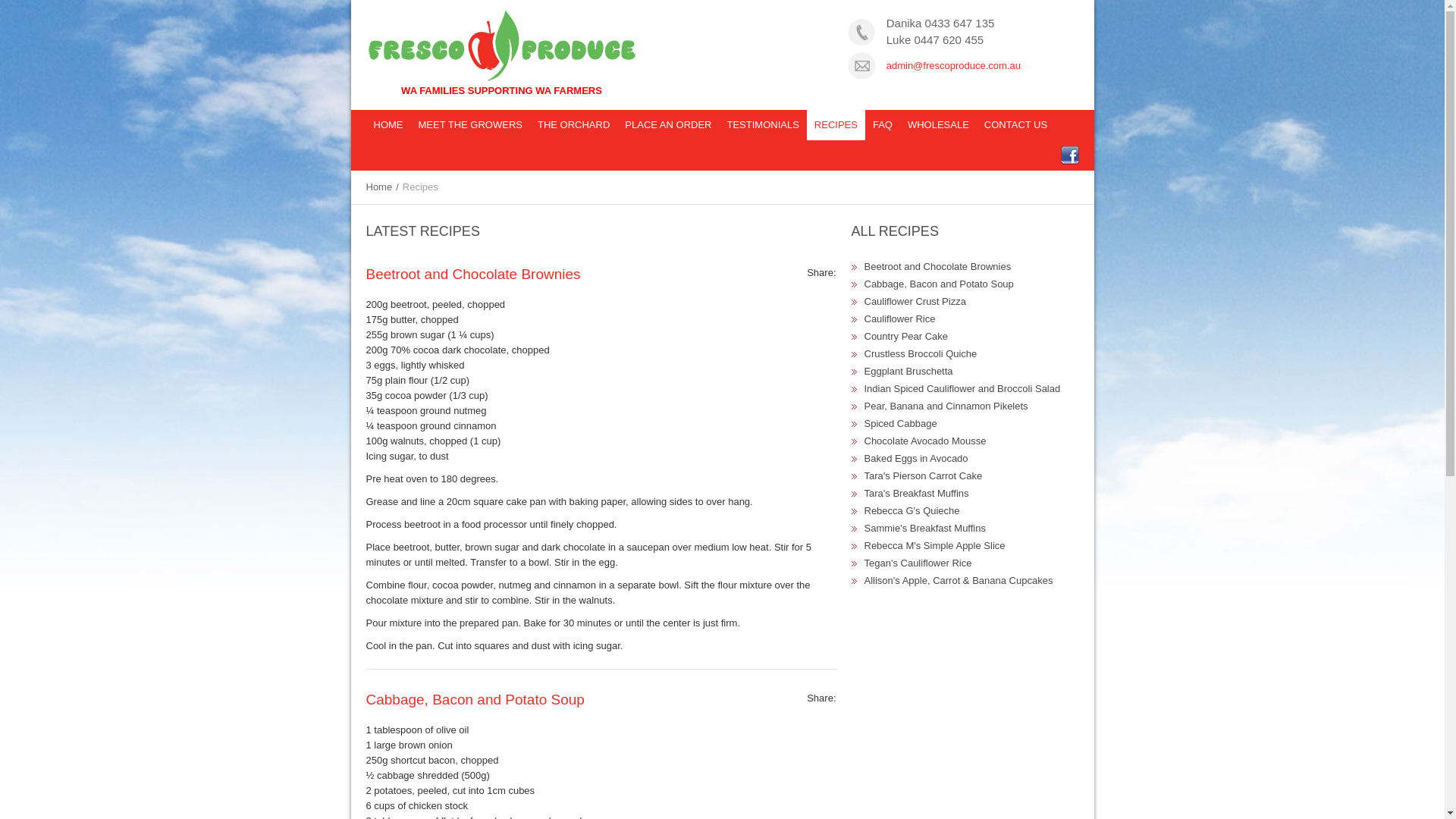 This screenshot has width=1456, height=819. Describe the element at coordinates (472, 274) in the screenshot. I see `'Beetroot and Chocolate Brownies'` at that location.